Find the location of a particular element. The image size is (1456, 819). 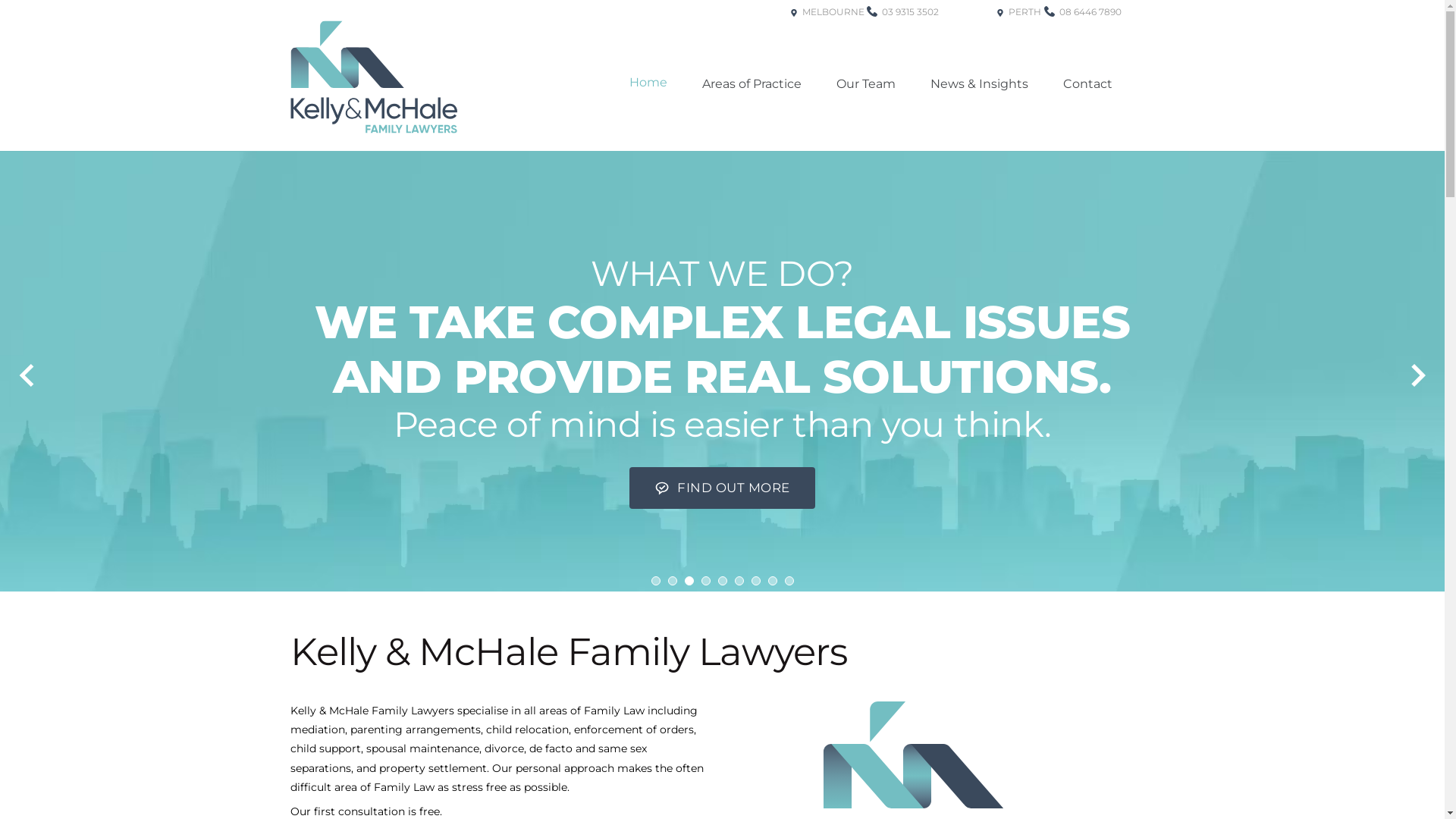

'03 9315 3502' is located at coordinates (902, 35).